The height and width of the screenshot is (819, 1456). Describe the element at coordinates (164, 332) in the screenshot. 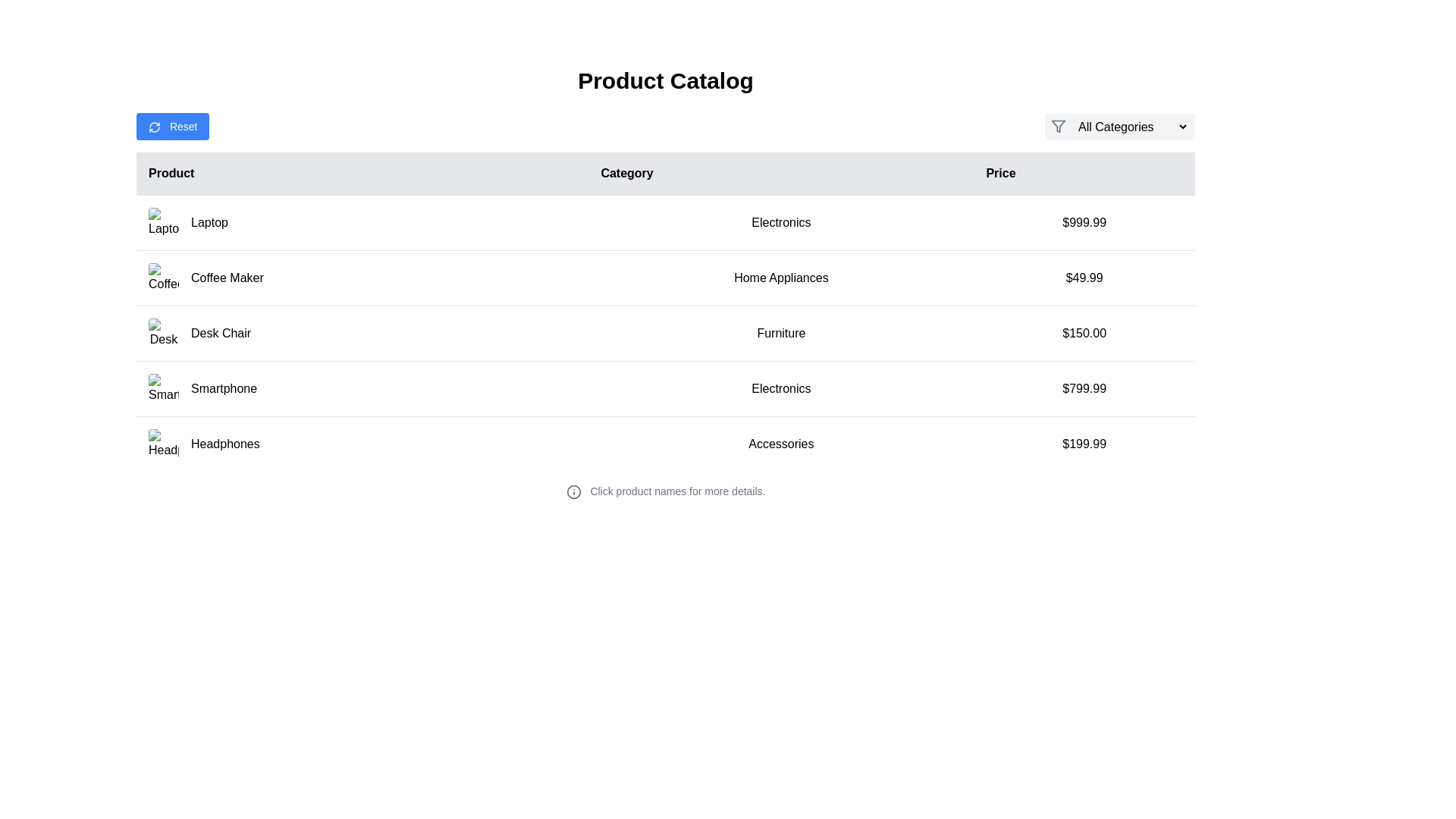

I see `the 'Desk Chair' product image, which is a small rounded image located in the third row of the product catalog, to the left of the text label 'Desk Chair'` at that location.